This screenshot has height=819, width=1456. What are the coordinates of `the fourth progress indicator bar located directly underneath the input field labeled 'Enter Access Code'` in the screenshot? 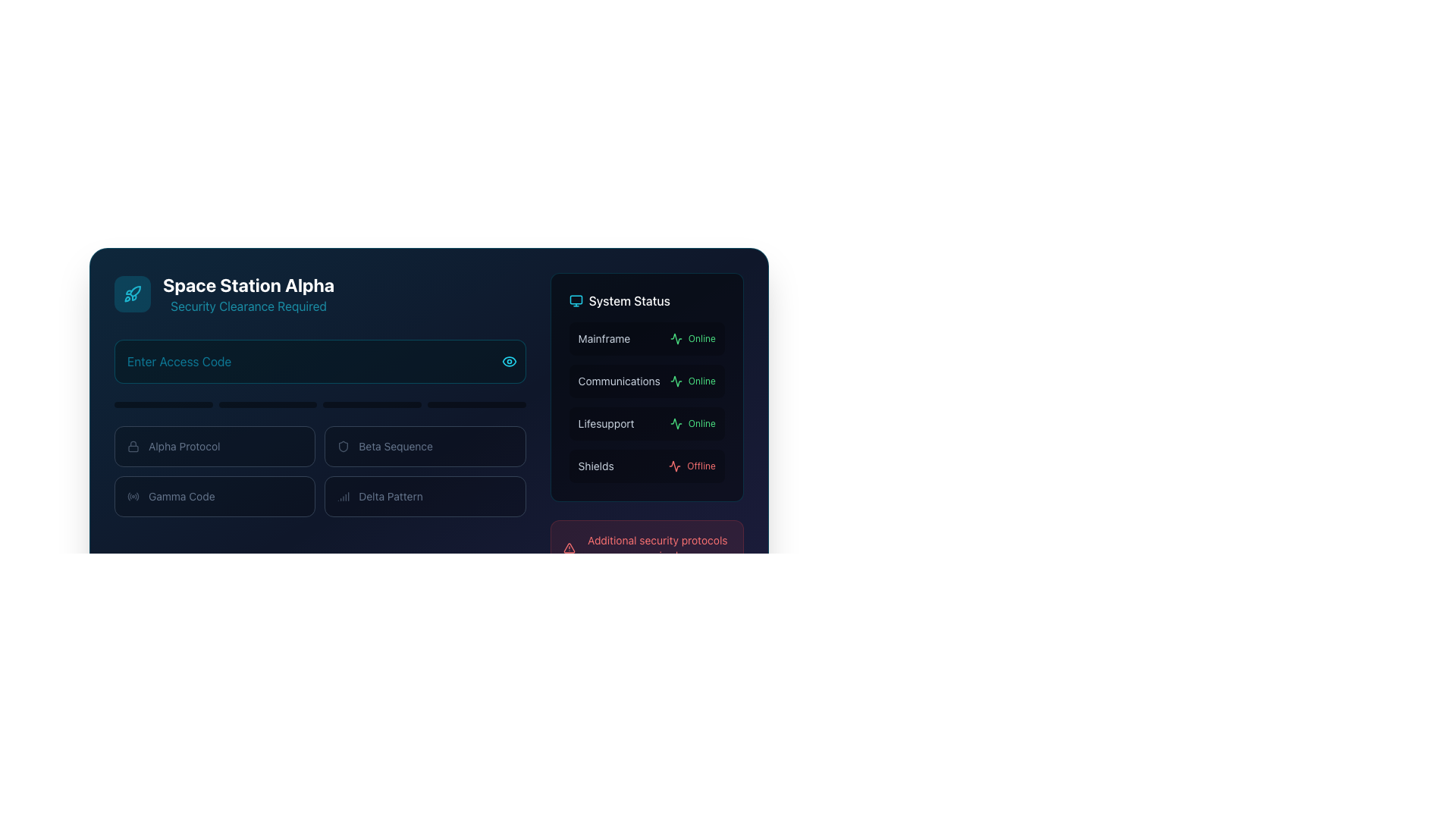 It's located at (475, 403).